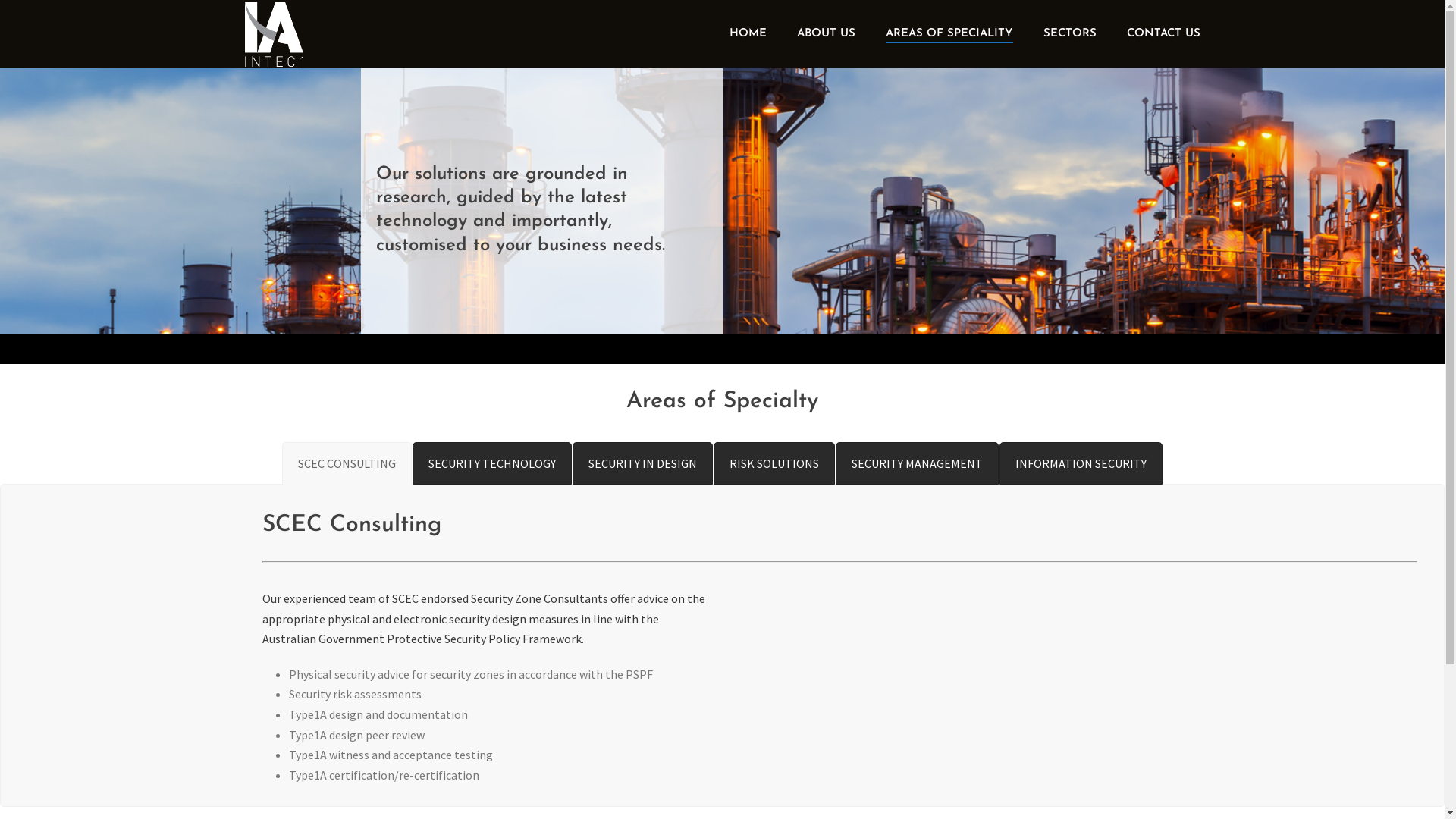 The height and width of the screenshot is (819, 1456). What do you see at coordinates (774, 463) in the screenshot?
I see `'RISK SOLUTIONS'` at bounding box center [774, 463].